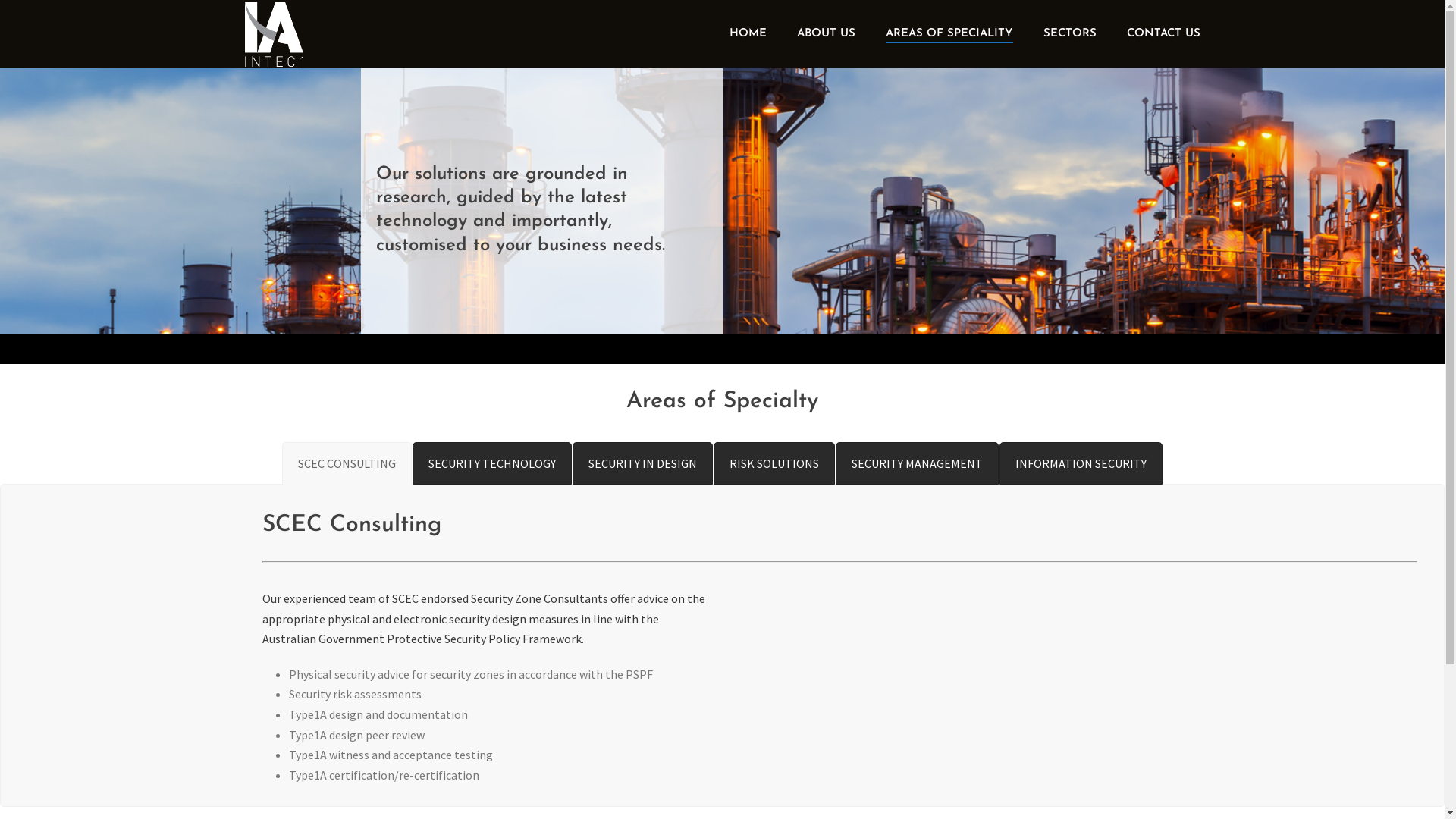 The height and width of the screenshot is (819, 1456). What do you see at coordinates (774, 463) in the screenshot?
I see `'RISK SOLUTIONS'` at bounding box center [774, 463].